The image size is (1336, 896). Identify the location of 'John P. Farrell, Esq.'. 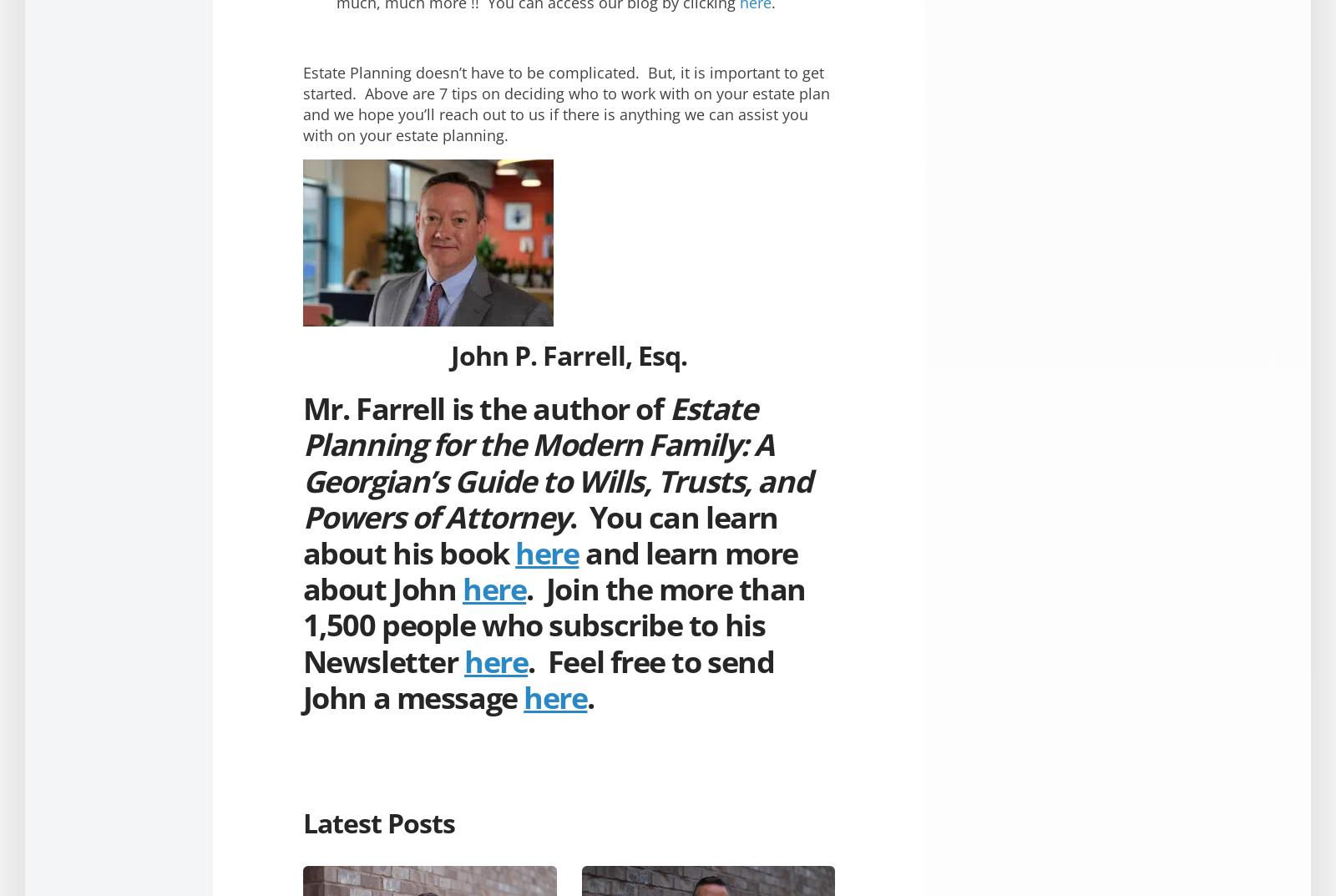
(568, 355).